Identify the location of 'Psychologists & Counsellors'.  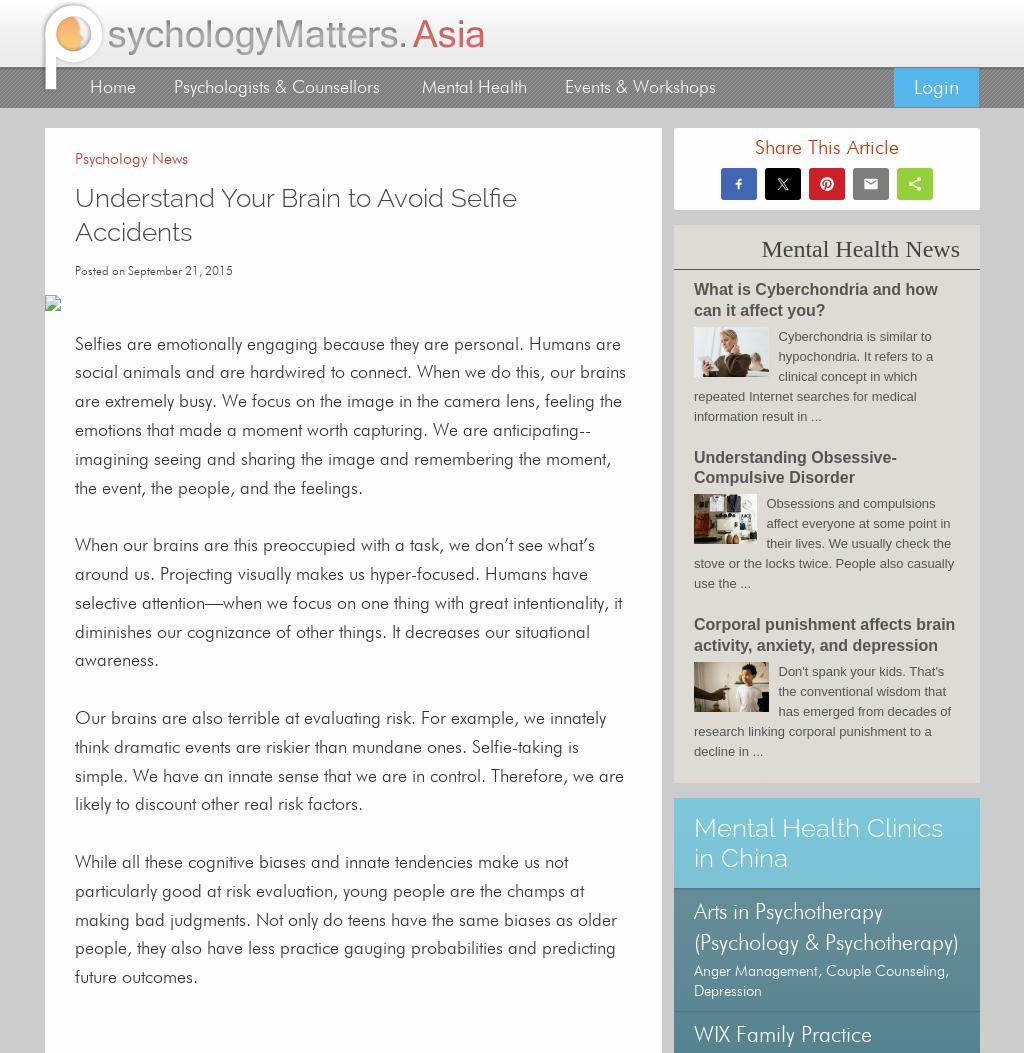
(276, 87).